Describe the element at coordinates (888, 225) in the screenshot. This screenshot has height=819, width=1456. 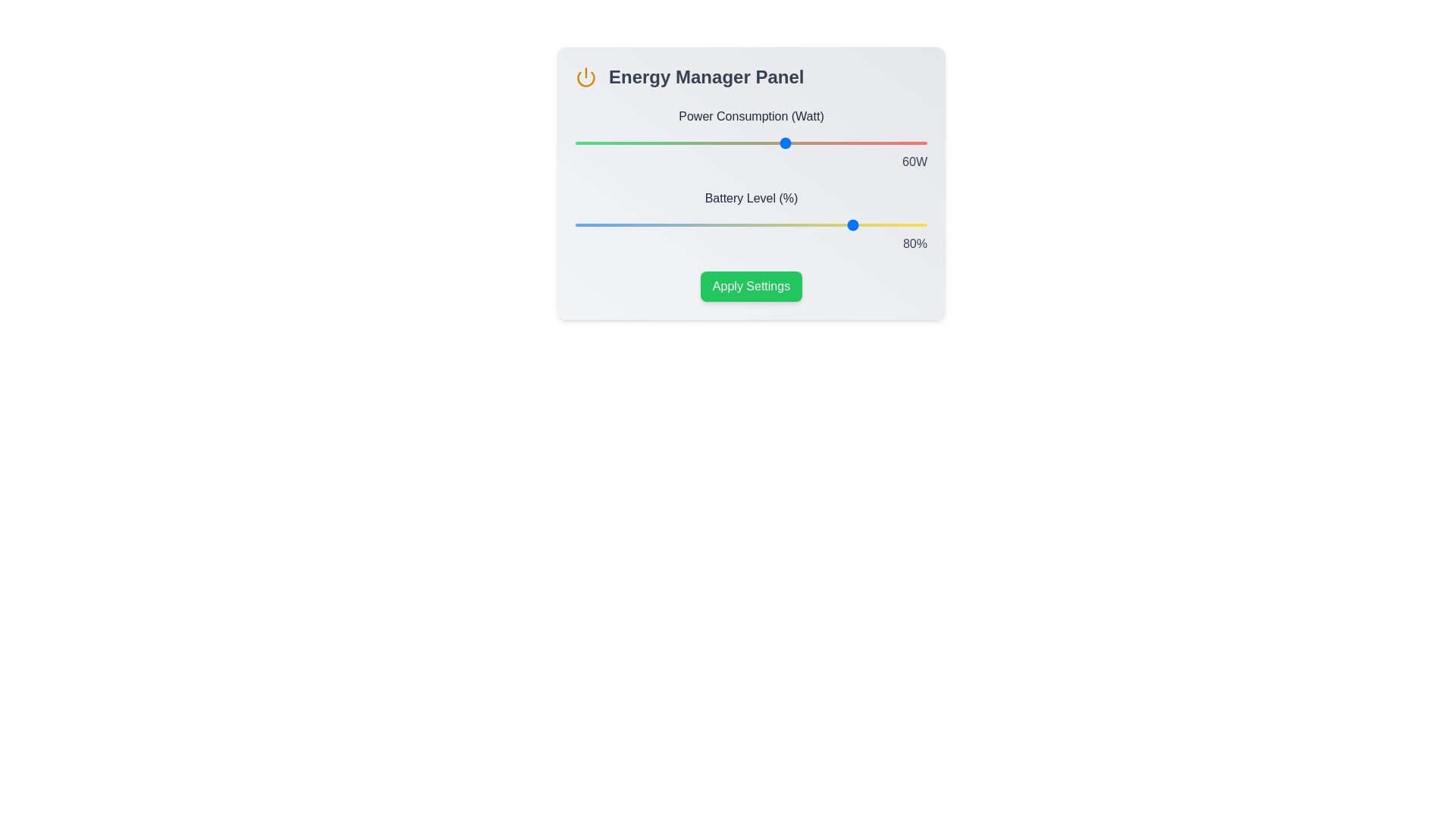
I see `the battery level slider to 89%` at that location.